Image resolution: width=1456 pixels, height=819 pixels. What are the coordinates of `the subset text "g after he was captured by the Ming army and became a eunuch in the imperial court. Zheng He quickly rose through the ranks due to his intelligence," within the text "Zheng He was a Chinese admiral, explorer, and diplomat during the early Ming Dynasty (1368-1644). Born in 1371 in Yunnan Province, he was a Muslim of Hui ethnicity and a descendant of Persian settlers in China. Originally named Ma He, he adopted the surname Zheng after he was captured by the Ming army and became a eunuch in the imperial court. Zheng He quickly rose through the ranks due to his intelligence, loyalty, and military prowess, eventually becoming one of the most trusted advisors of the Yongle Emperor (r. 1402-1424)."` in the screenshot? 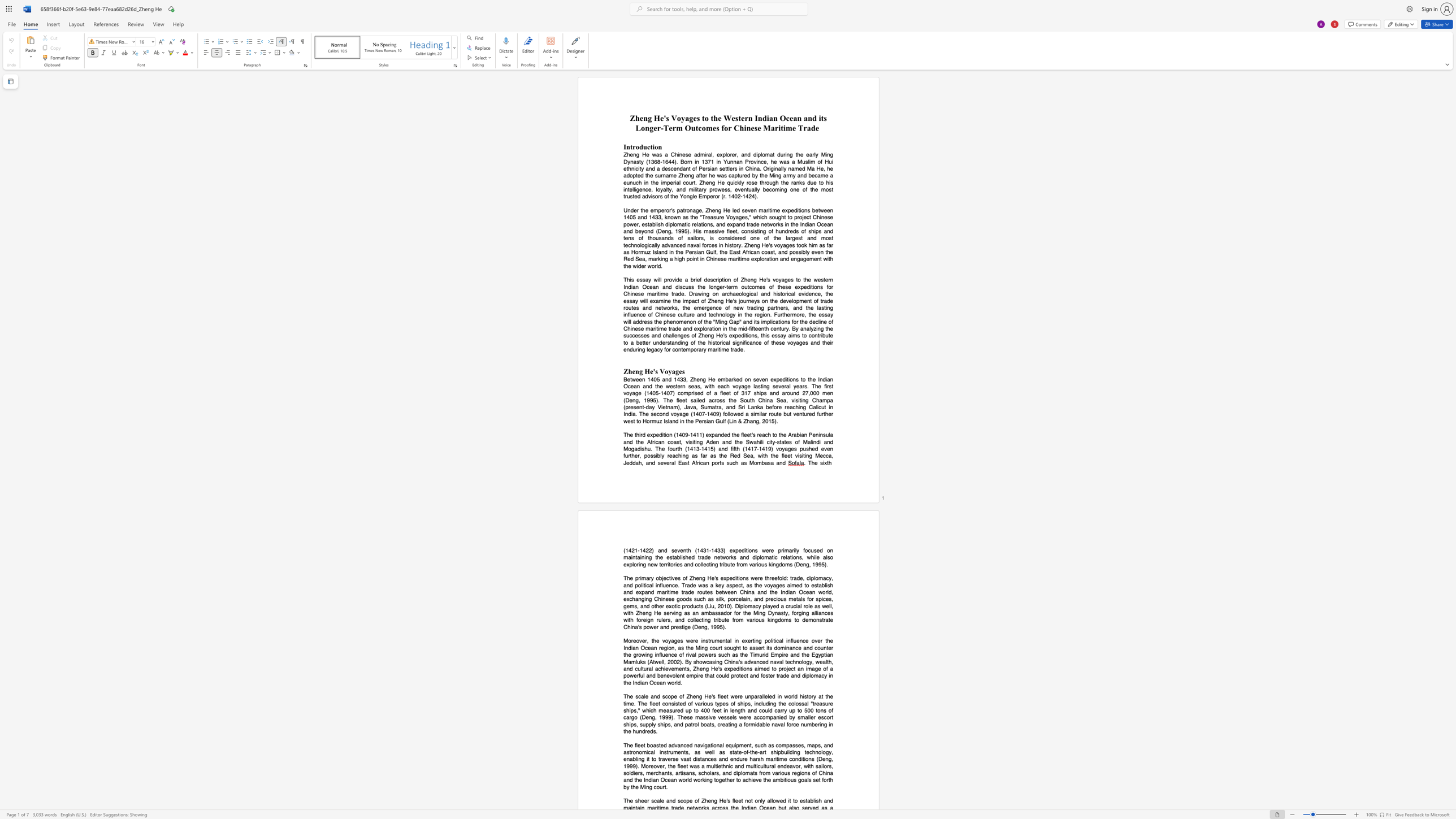 It's located at (691, 176).